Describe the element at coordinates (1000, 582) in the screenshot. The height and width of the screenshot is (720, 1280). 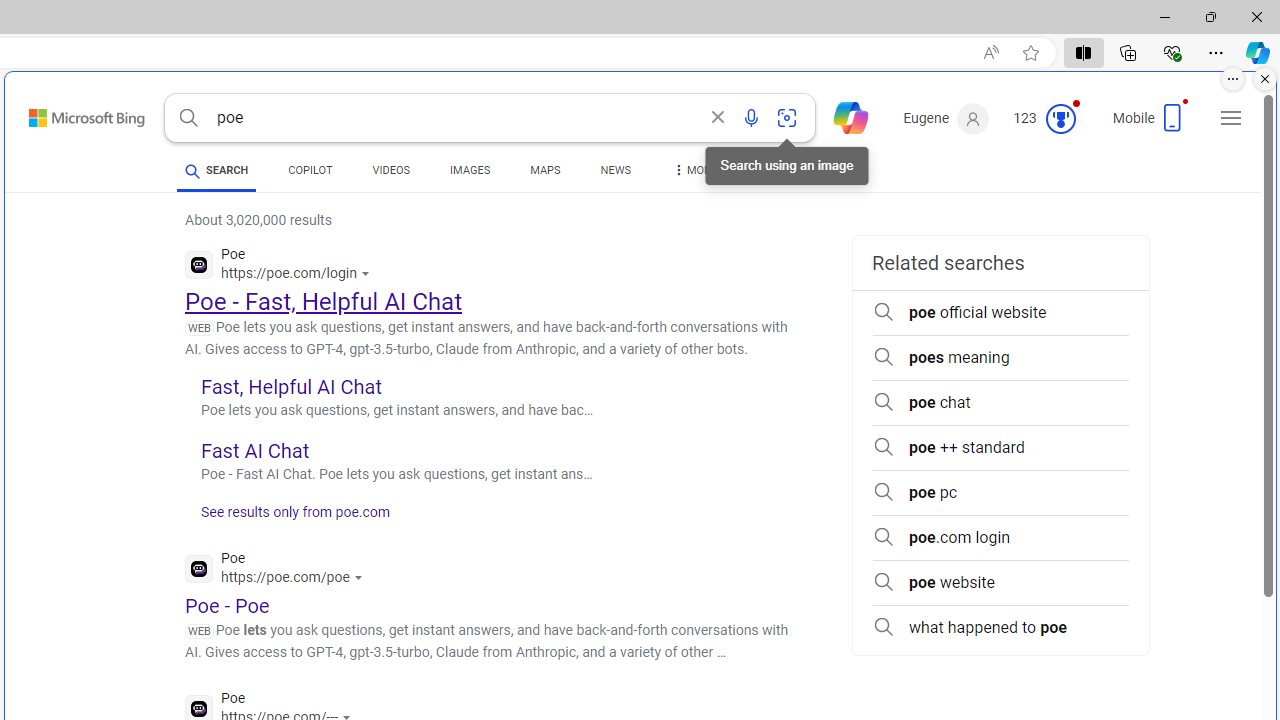
I see `'poe website'` at that location.